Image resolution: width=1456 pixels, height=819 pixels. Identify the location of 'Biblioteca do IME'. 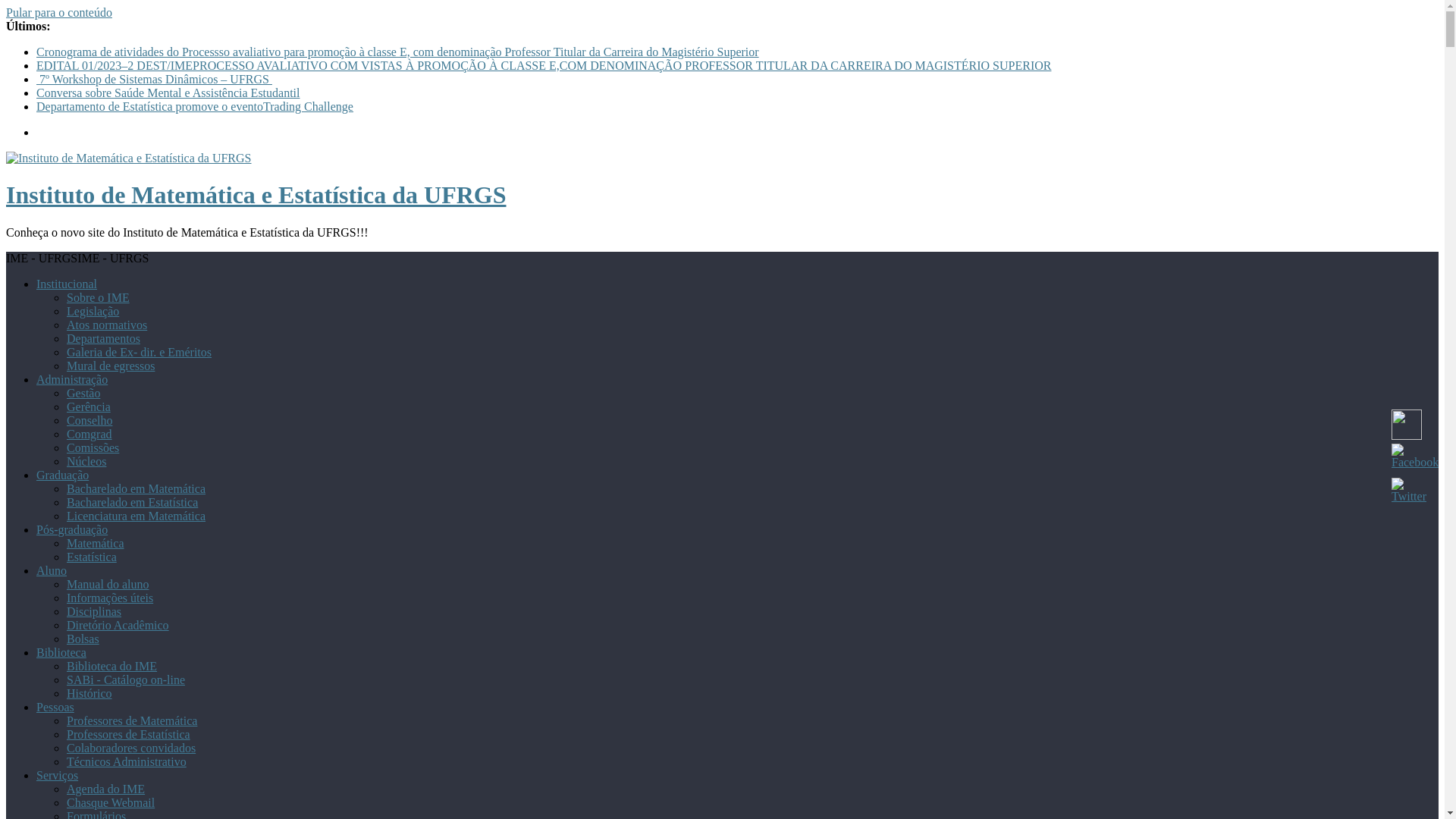
(111, 665).